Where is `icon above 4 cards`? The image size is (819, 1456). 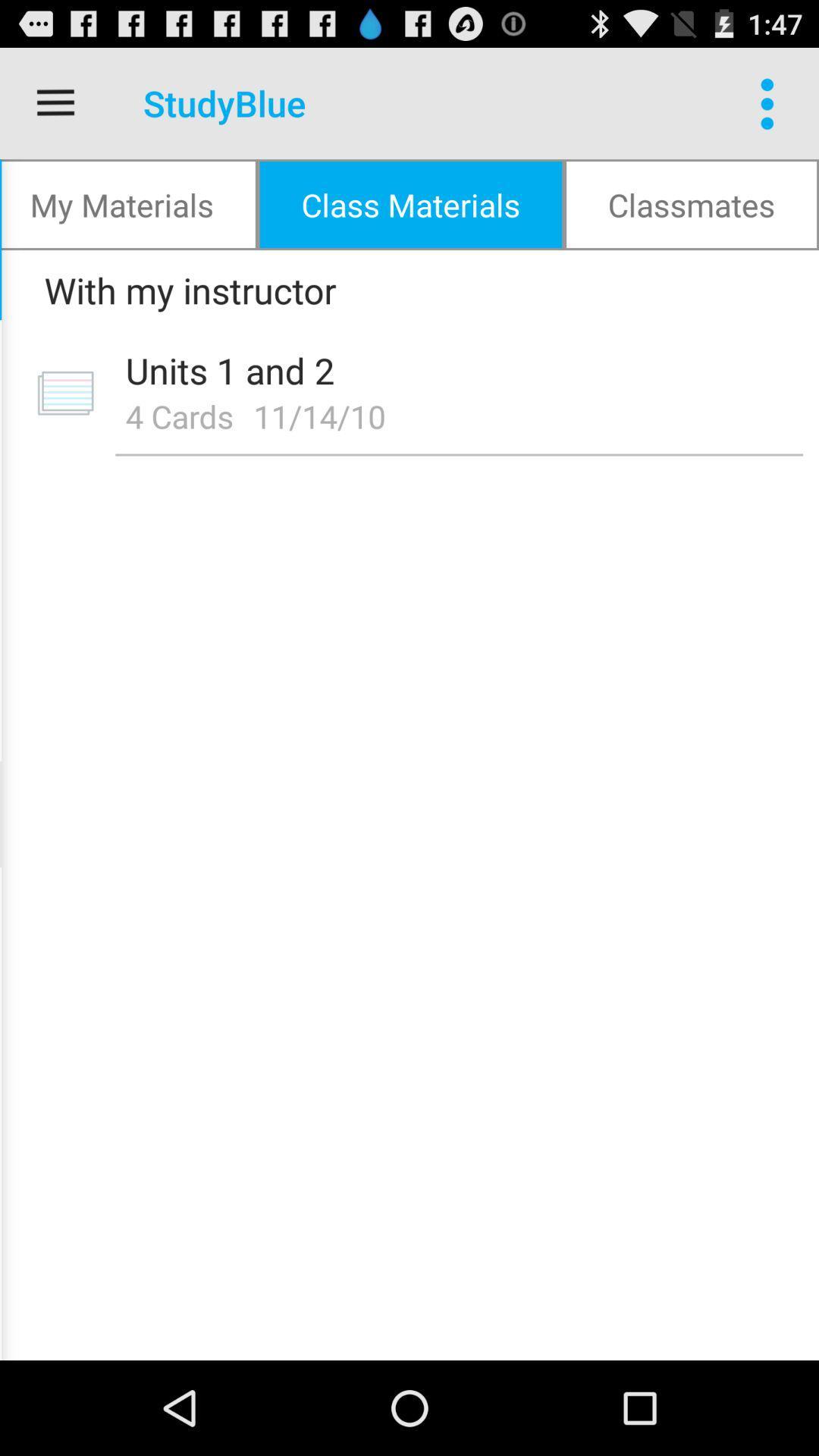 icon above 4 cards is located at coordinates (453, 370).